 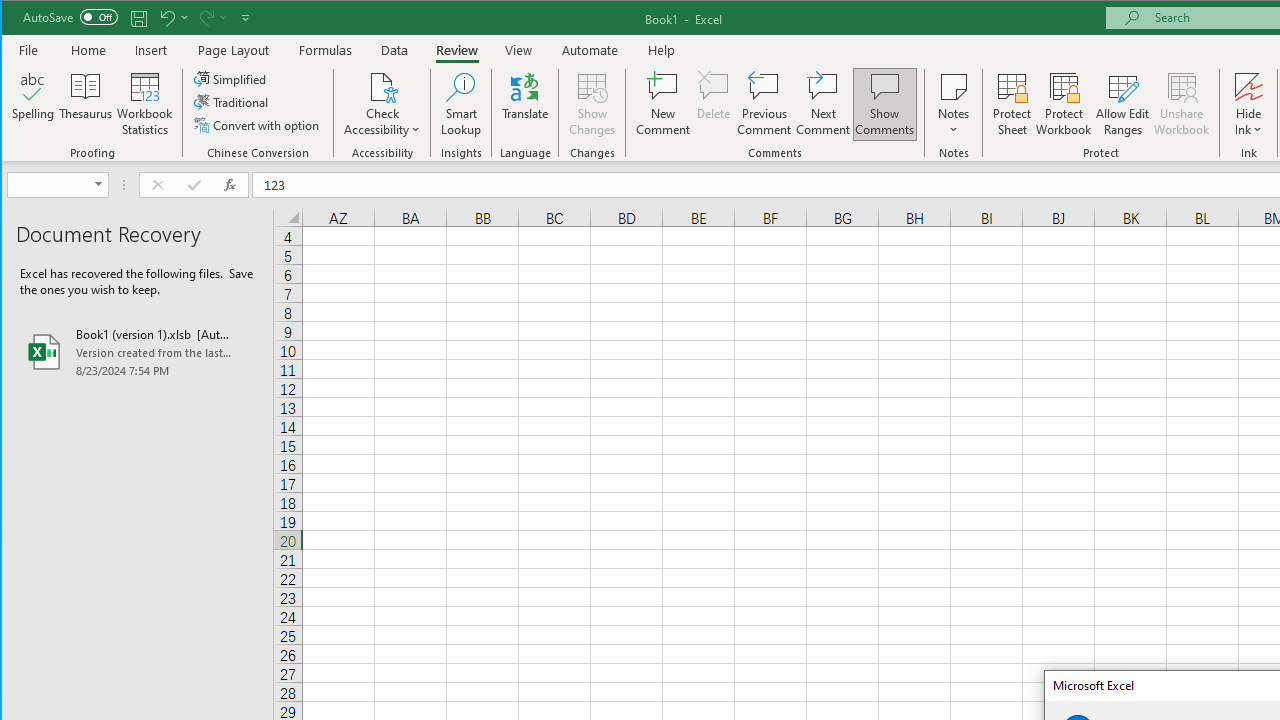 I want to click on 'Undo', so click(x=172, y=17).